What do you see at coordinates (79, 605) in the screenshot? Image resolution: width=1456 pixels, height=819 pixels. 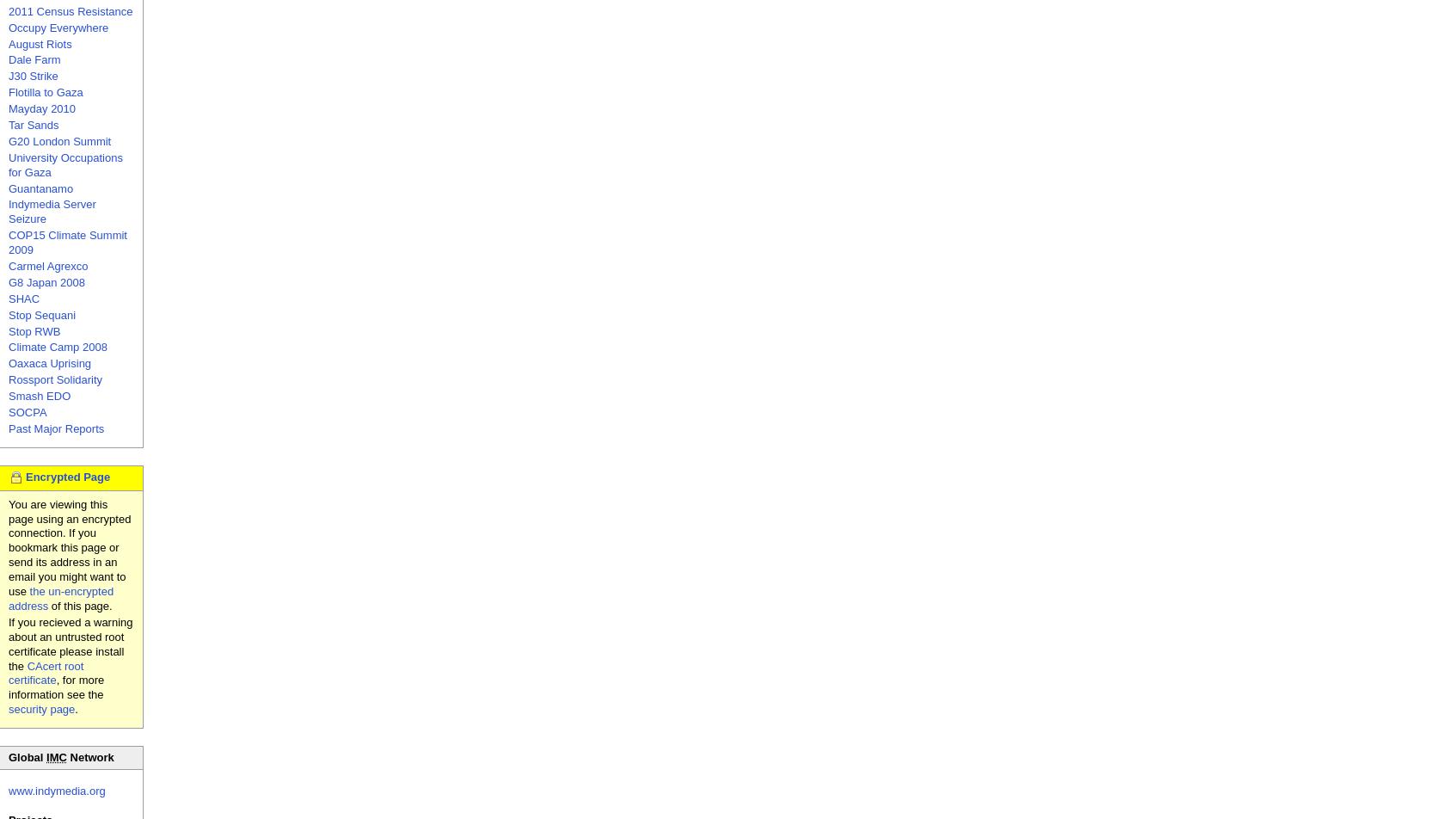 I see `'of this page.'` at bounding box center [79, 605].